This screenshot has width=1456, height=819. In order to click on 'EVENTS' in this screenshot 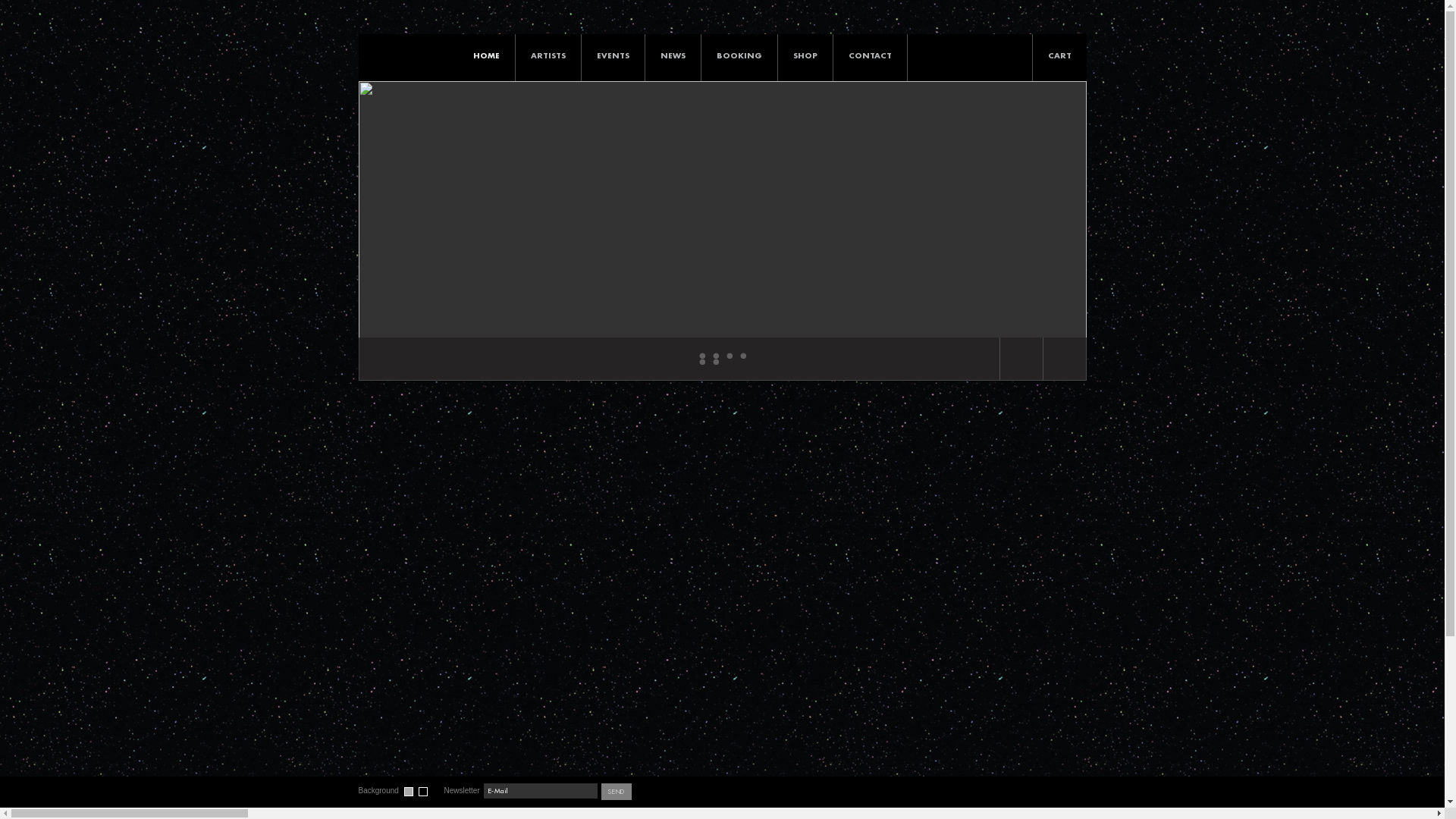, I will do `click(612, 55)`.